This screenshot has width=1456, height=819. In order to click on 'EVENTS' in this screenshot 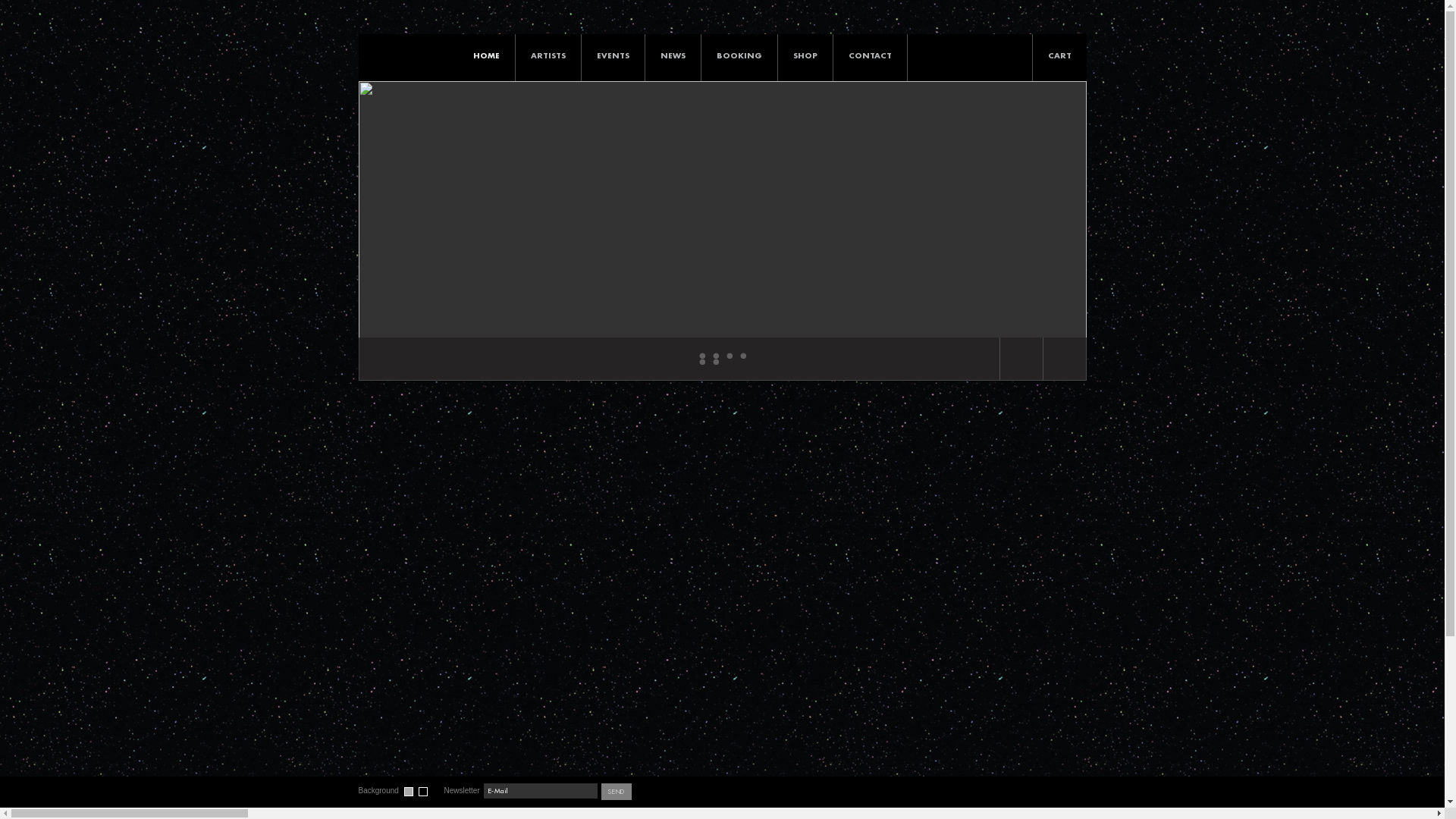, I will do `click(612, 55)`.